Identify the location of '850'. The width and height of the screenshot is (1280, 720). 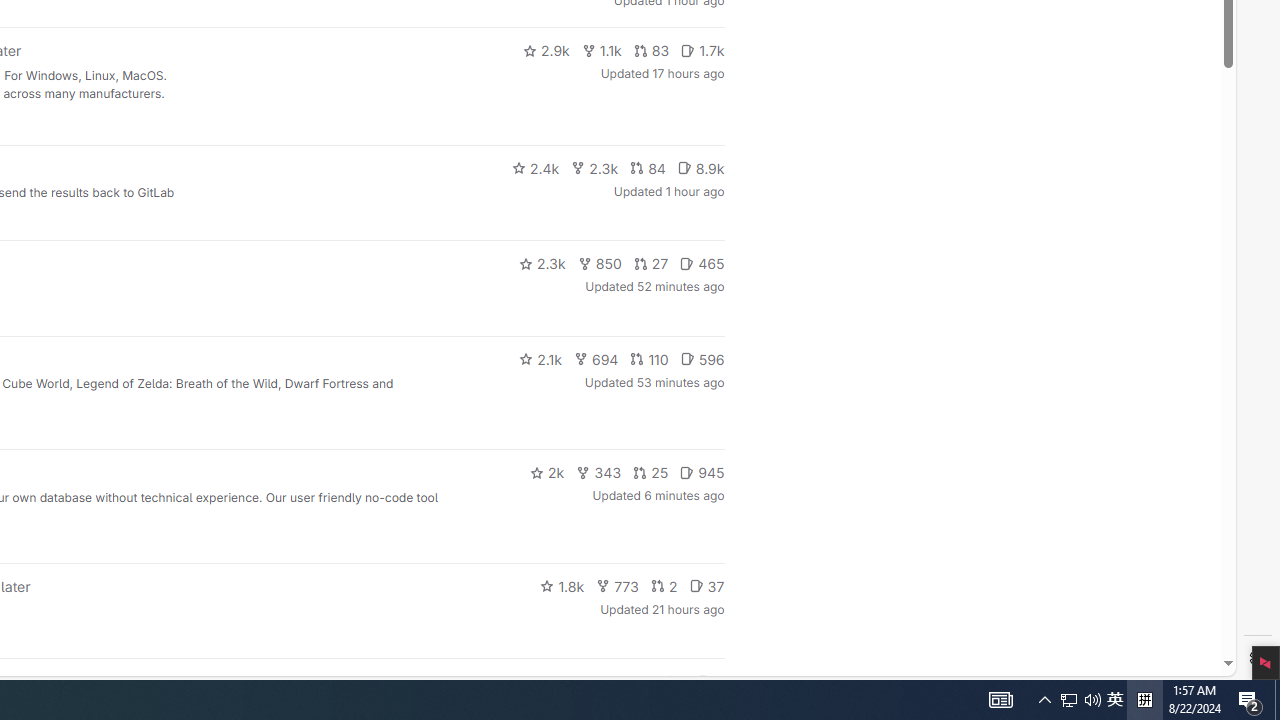
(598, 262).